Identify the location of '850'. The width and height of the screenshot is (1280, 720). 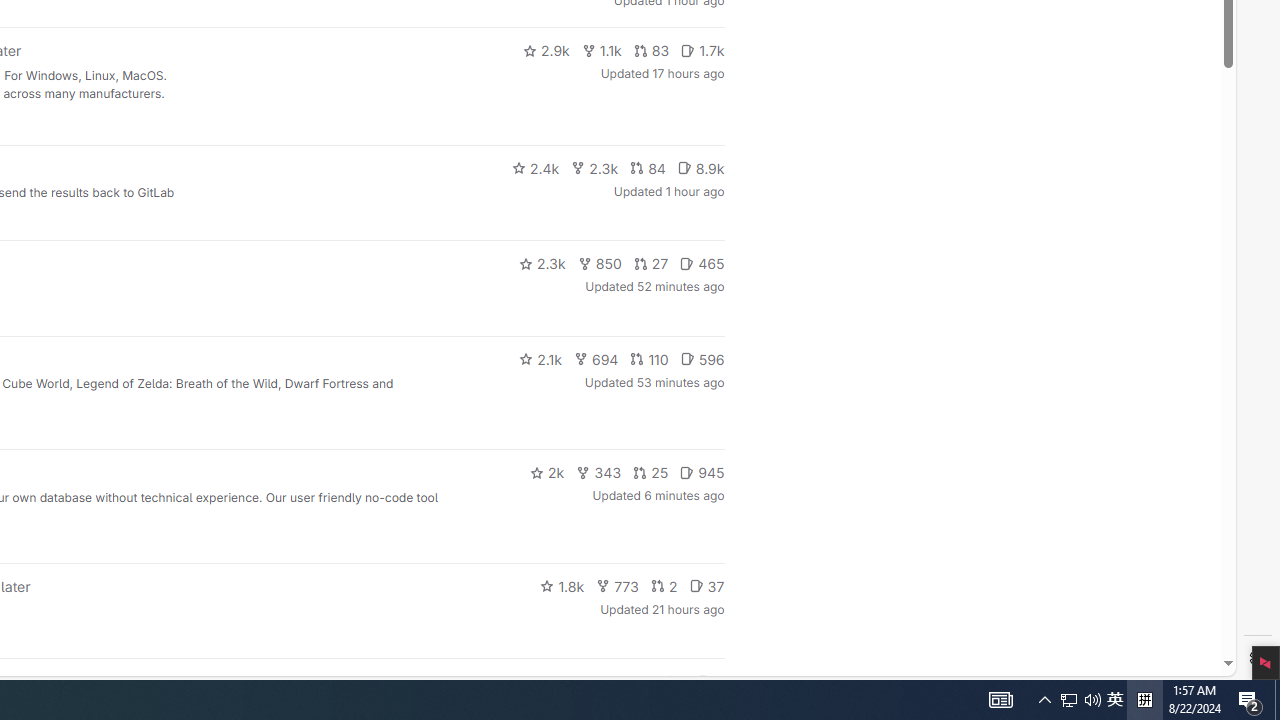
(598, 262).